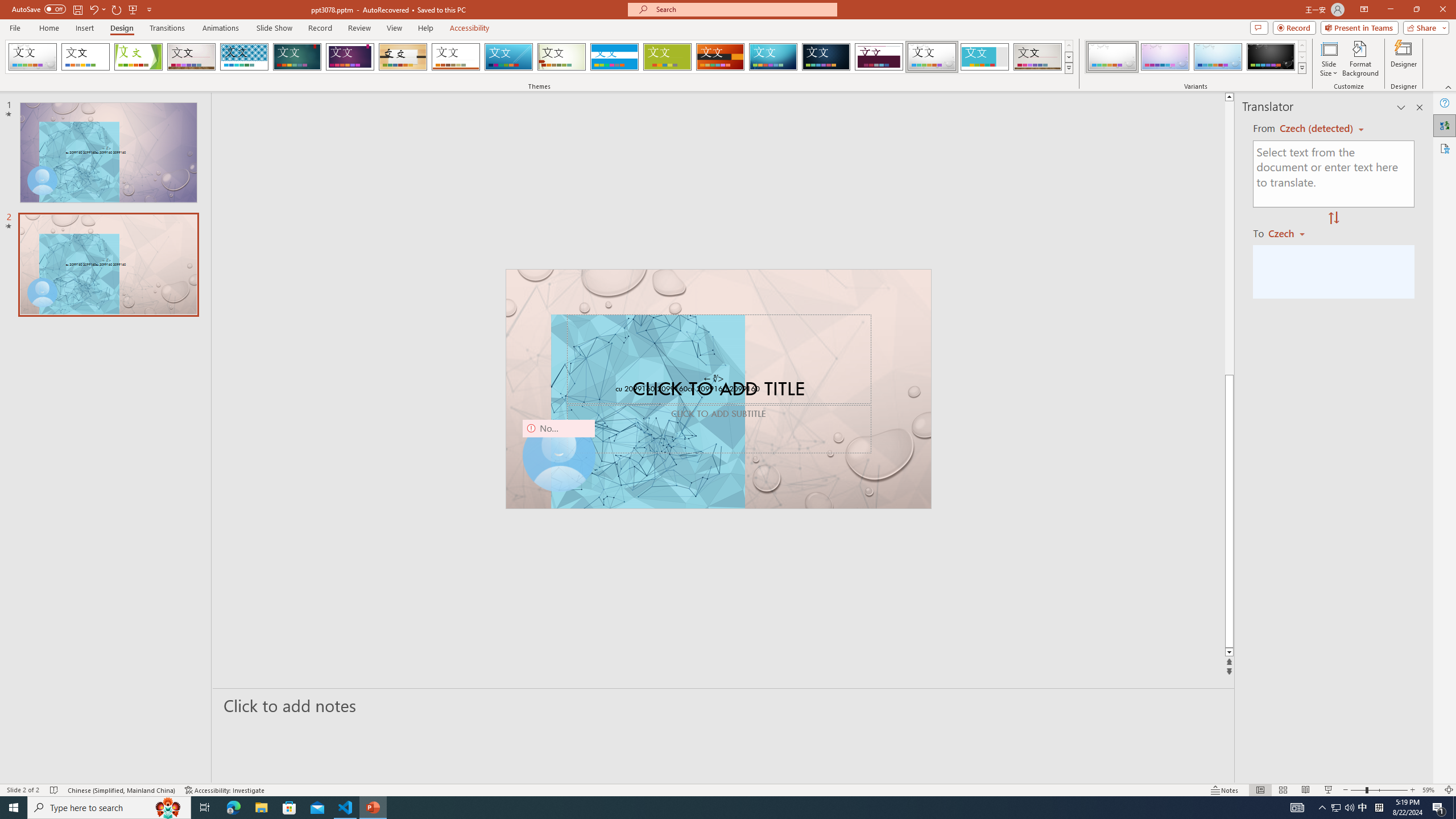  Describe the element at coordinates (539, 56) in the screenshot. I see `'AutomationID: SlideThemesGallery'` at that location.